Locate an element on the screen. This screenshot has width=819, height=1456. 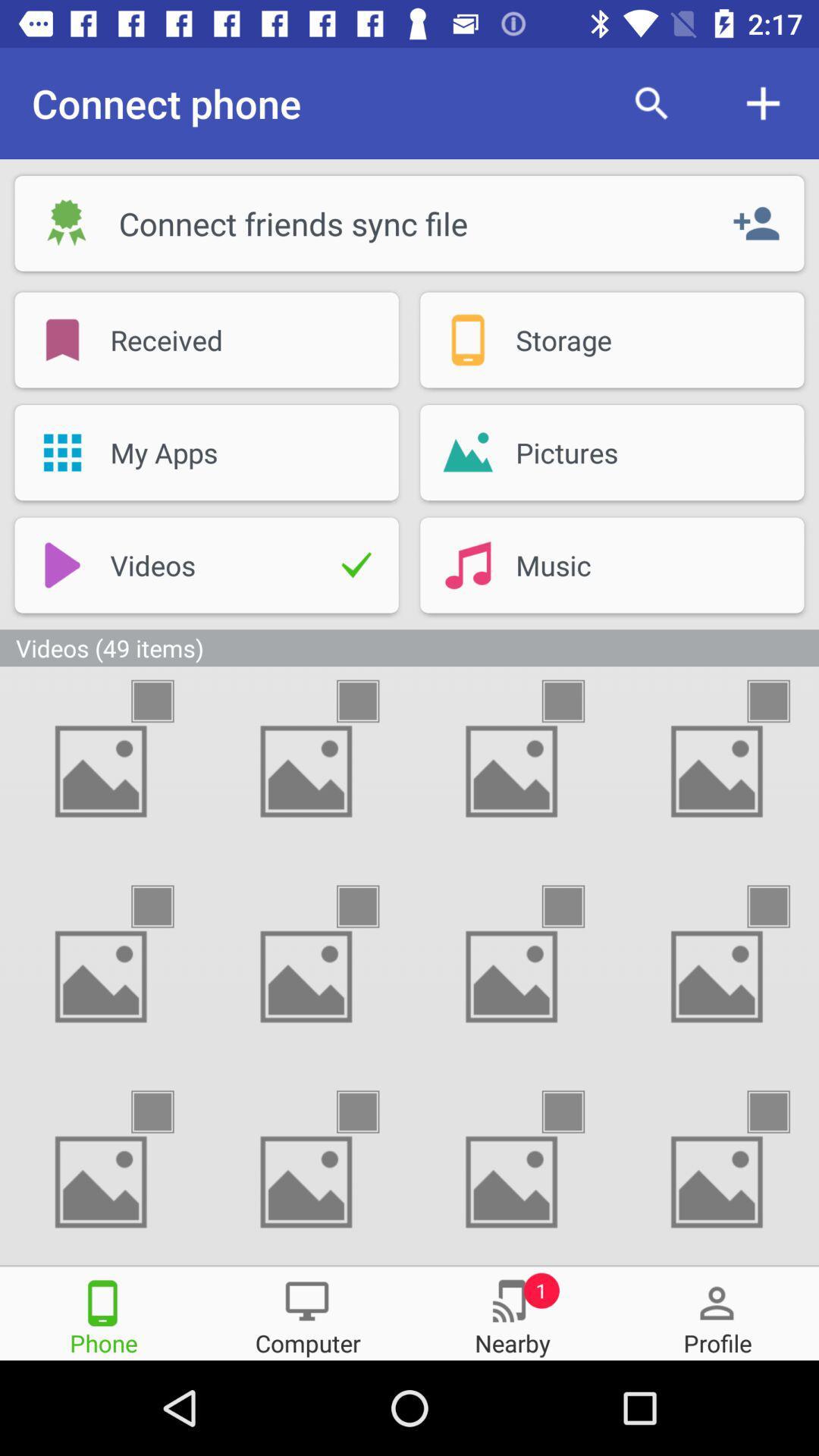
option is located at coordinates (782, 906).